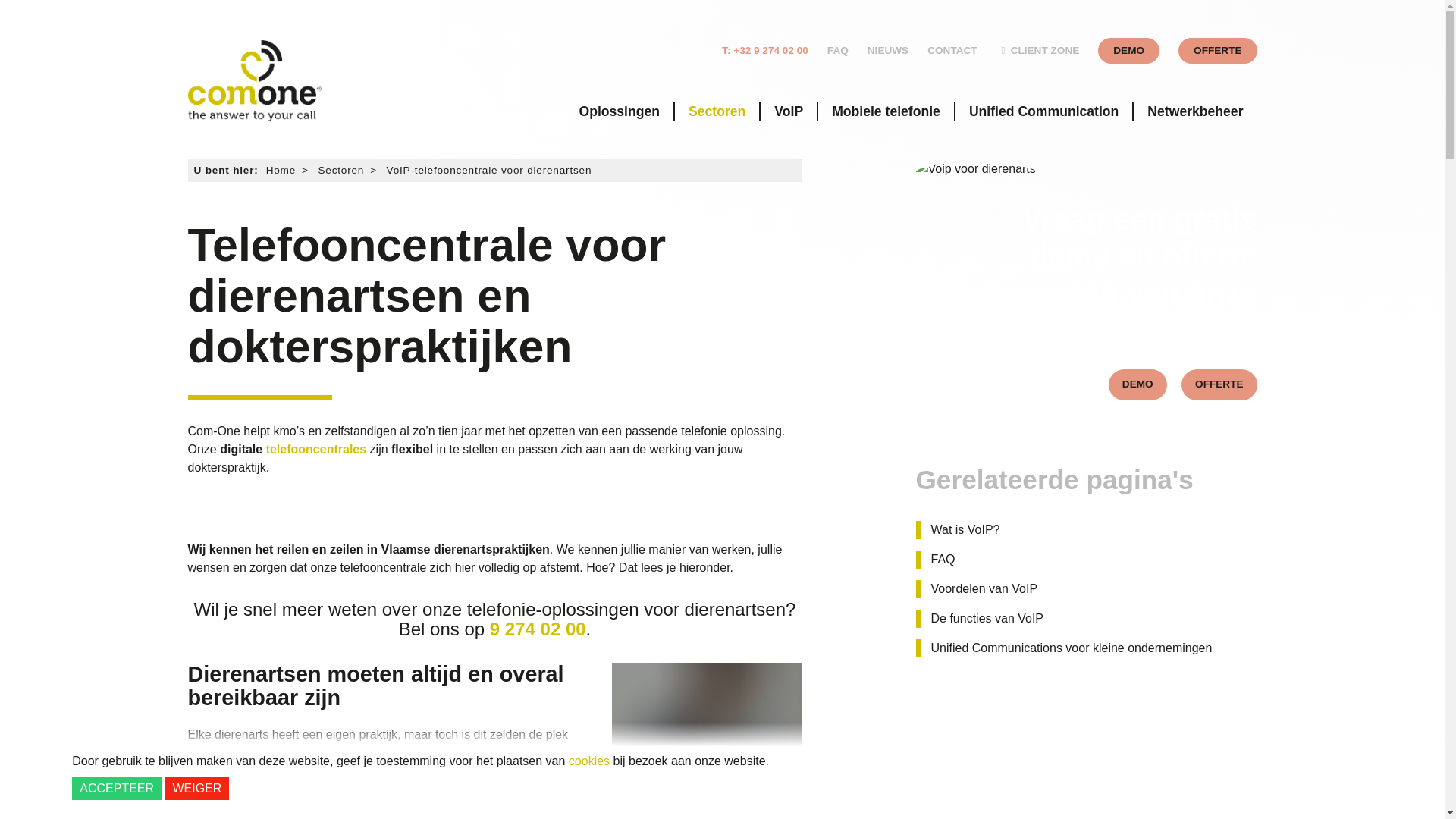  What do you see at coordinates (315, 449) in the screenshot?
I see `'telefooncentrales'` at bounding box center [315, 449].